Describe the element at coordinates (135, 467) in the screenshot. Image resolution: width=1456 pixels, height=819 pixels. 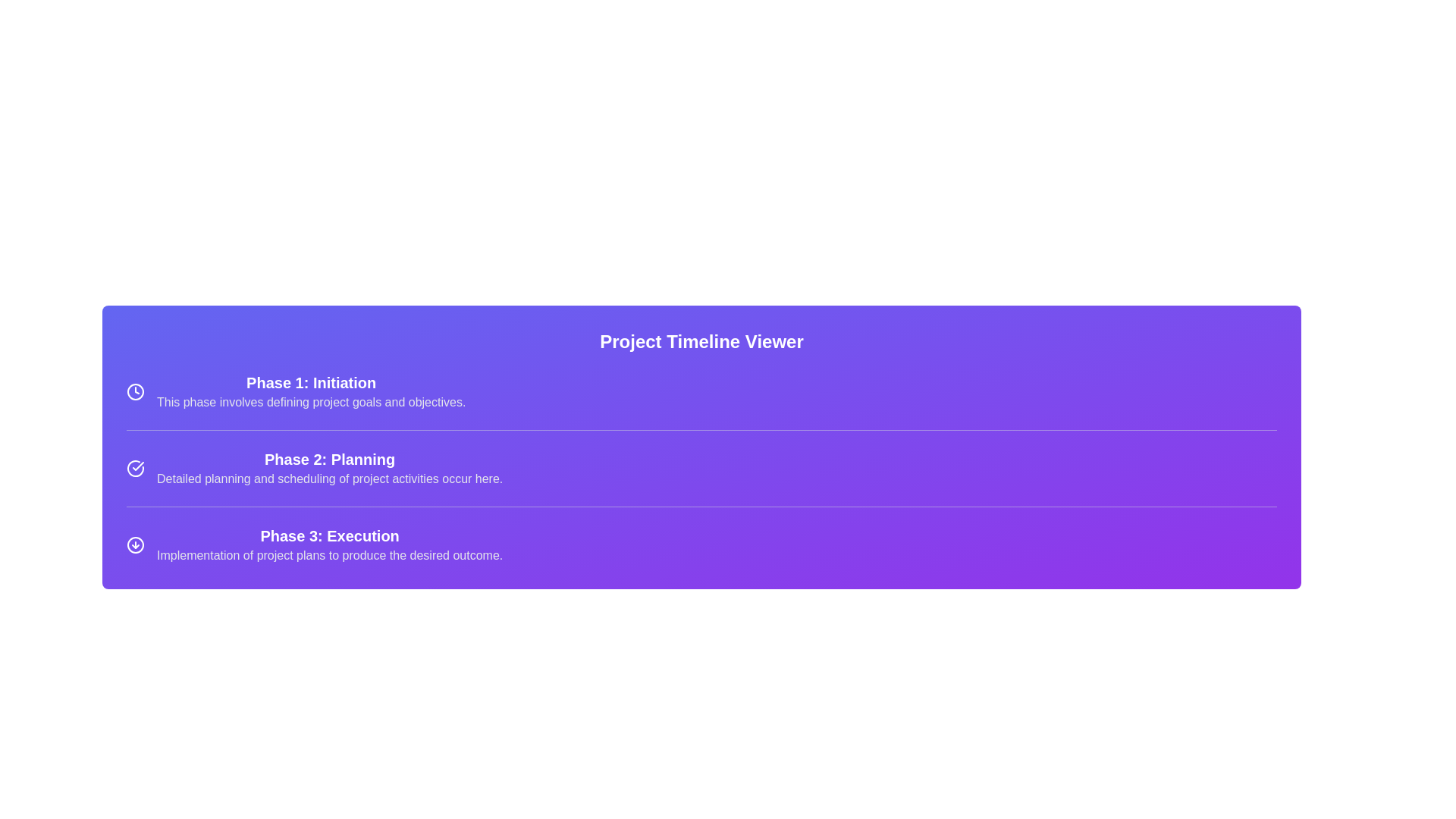
I see `the completion icon located immediately to the left of the text 'Phase 2: Planning'` at that location.